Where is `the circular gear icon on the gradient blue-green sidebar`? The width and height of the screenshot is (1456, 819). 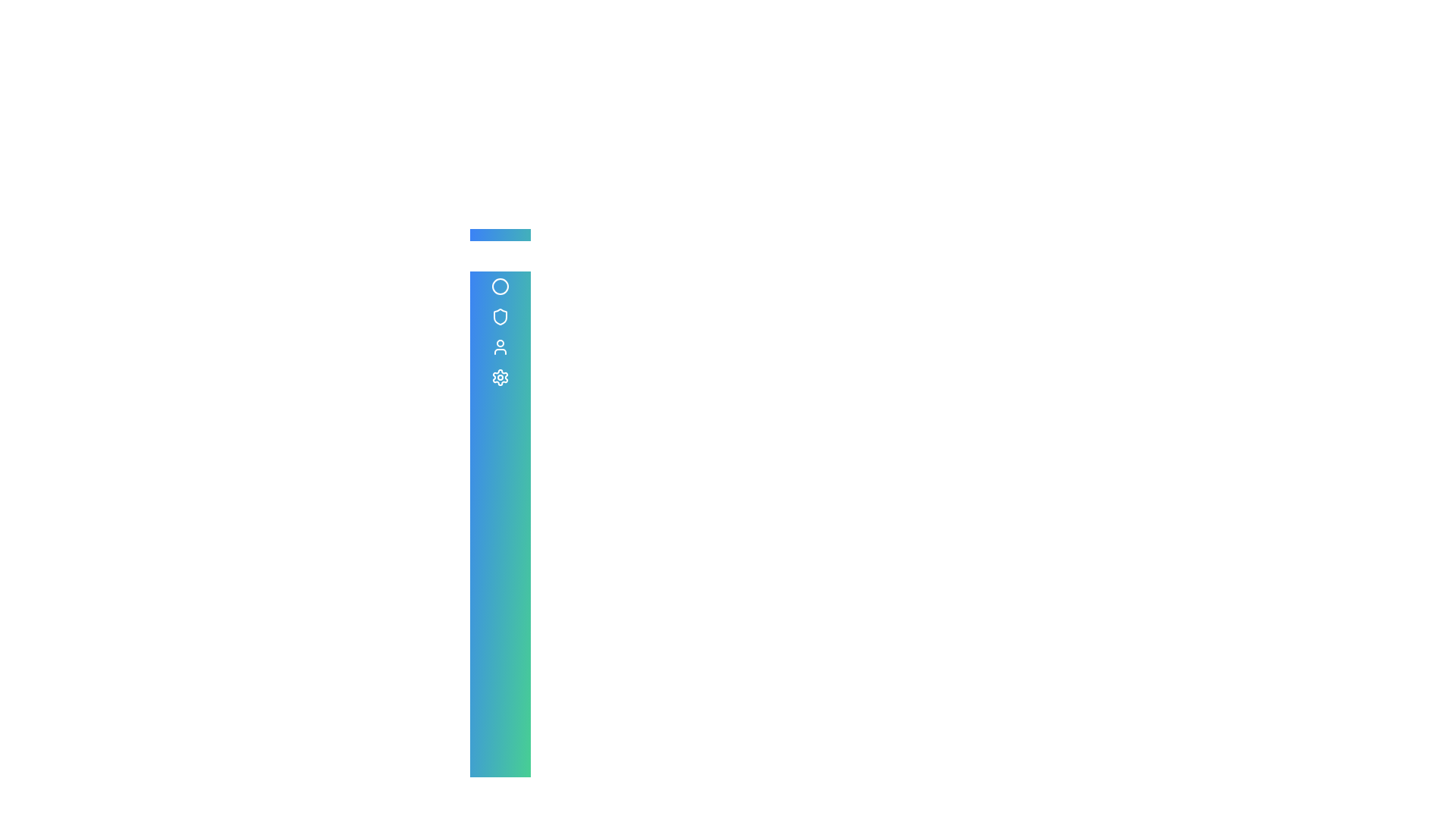 the circular gear icon on the gradient blue-green sidebar is located at coordinates (500, 376).